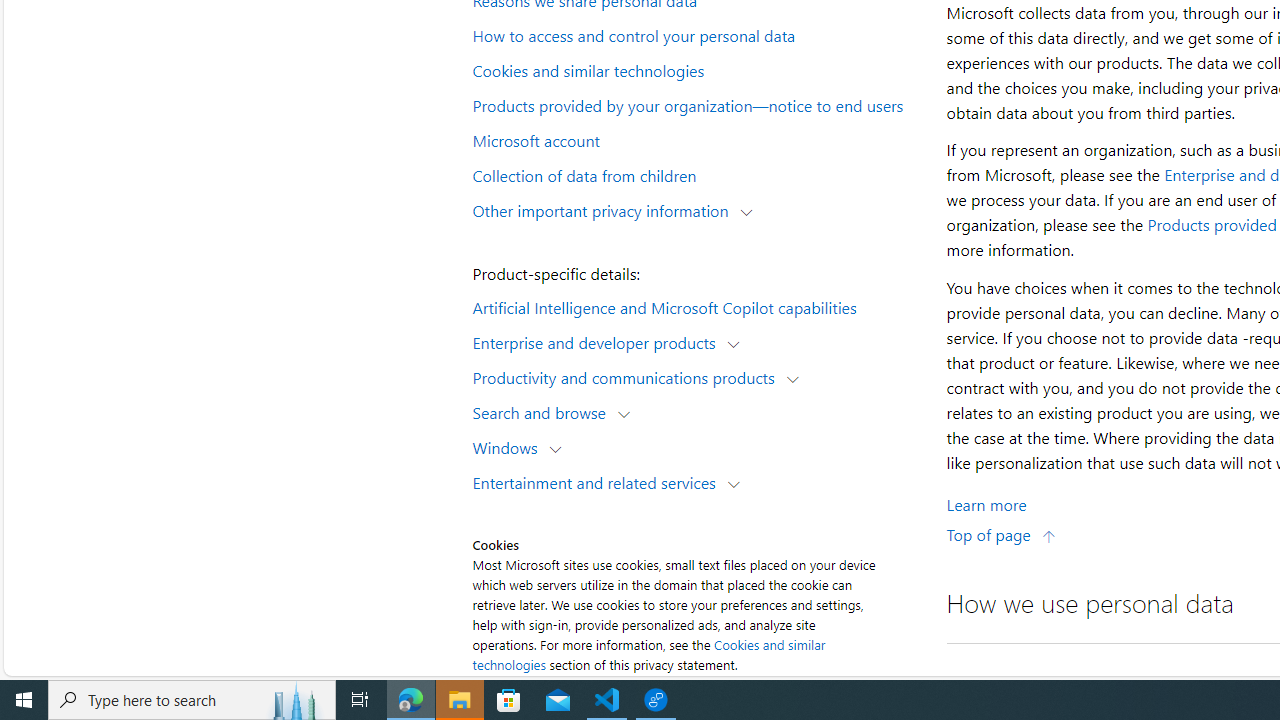 The width and height of the screenshot is (1280, 720). Describe the element at coordinates (604, 209) in the screenshot. I see `'Other important privacy information'` at that location.